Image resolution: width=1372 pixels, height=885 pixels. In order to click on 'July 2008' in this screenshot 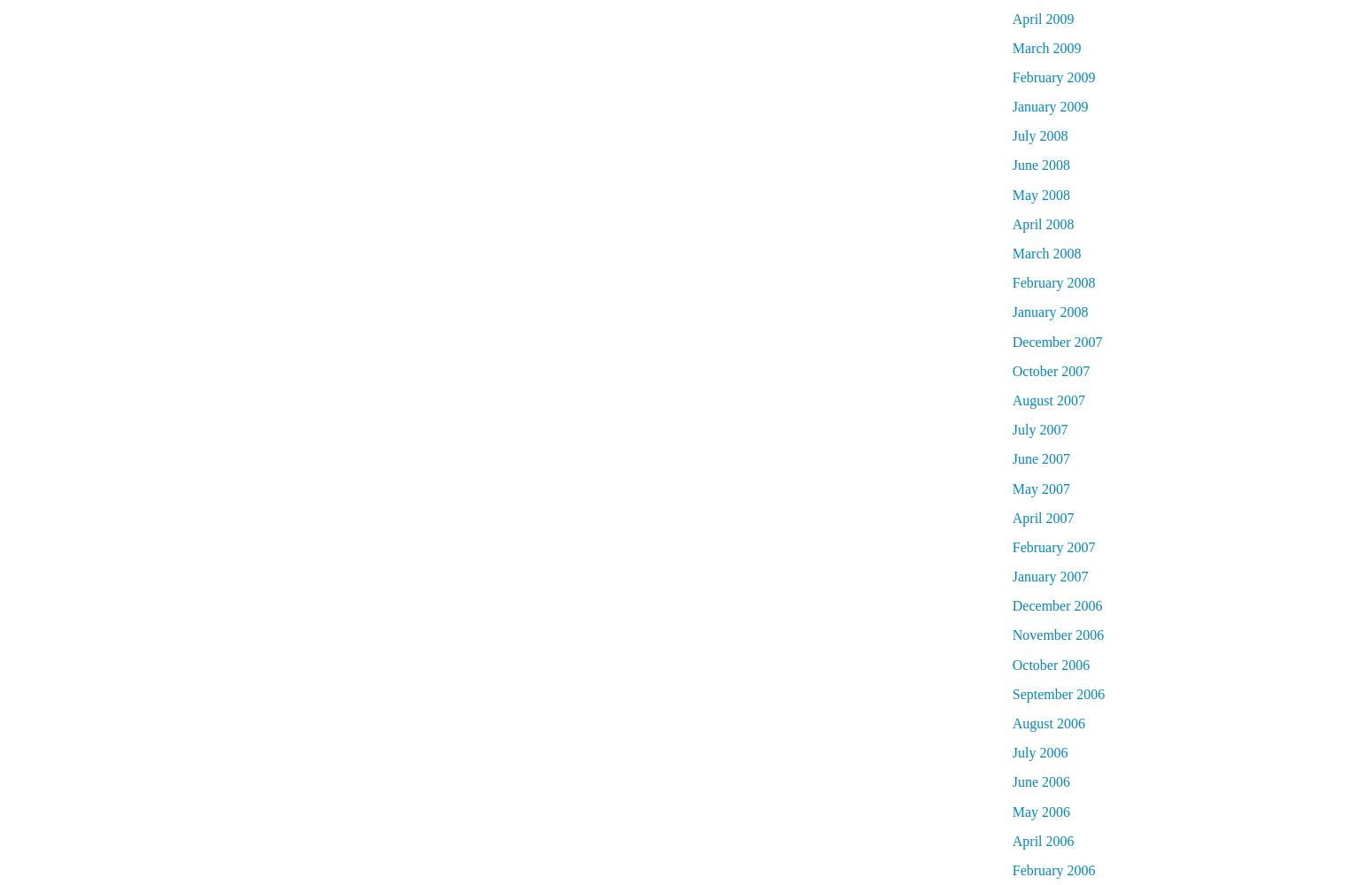, I will do `click(1010, 135)`.